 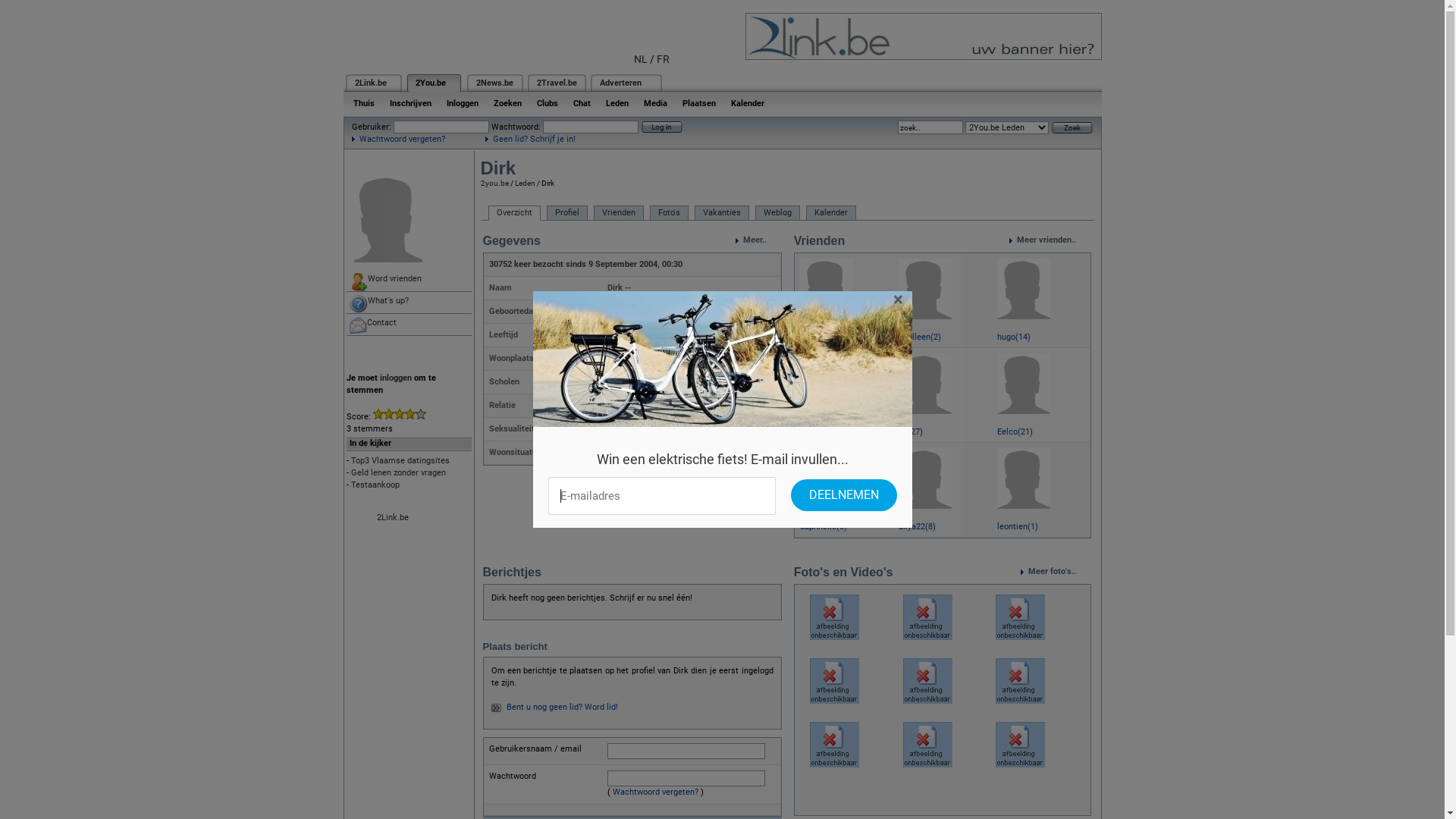 I want to click on 'hugo(14)', so click(x=1014, y=336).